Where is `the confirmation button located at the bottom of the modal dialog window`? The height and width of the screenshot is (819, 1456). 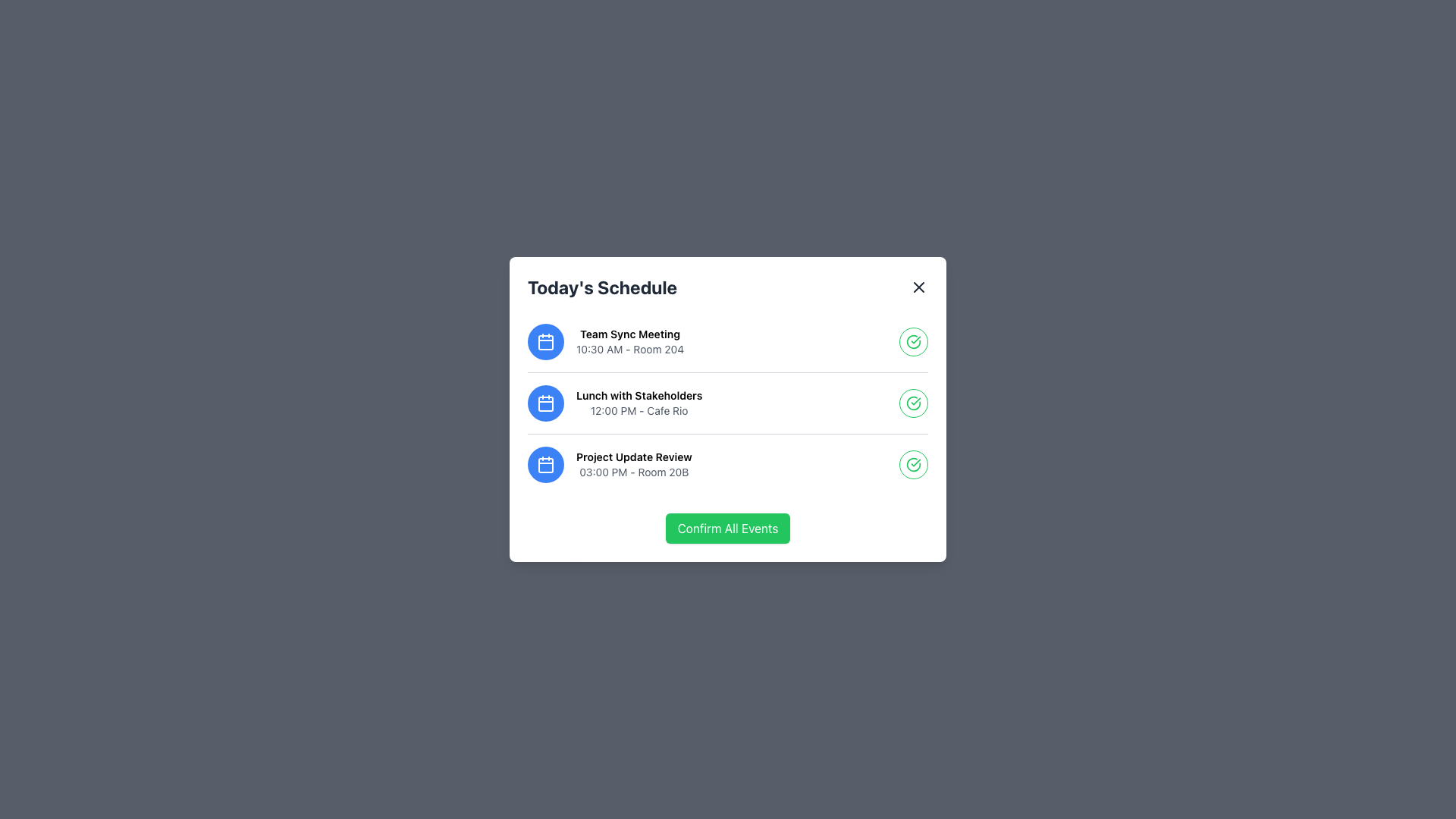
the confirmation button located at the bottom of the modal dialog window is located at coordinates (728, 528).